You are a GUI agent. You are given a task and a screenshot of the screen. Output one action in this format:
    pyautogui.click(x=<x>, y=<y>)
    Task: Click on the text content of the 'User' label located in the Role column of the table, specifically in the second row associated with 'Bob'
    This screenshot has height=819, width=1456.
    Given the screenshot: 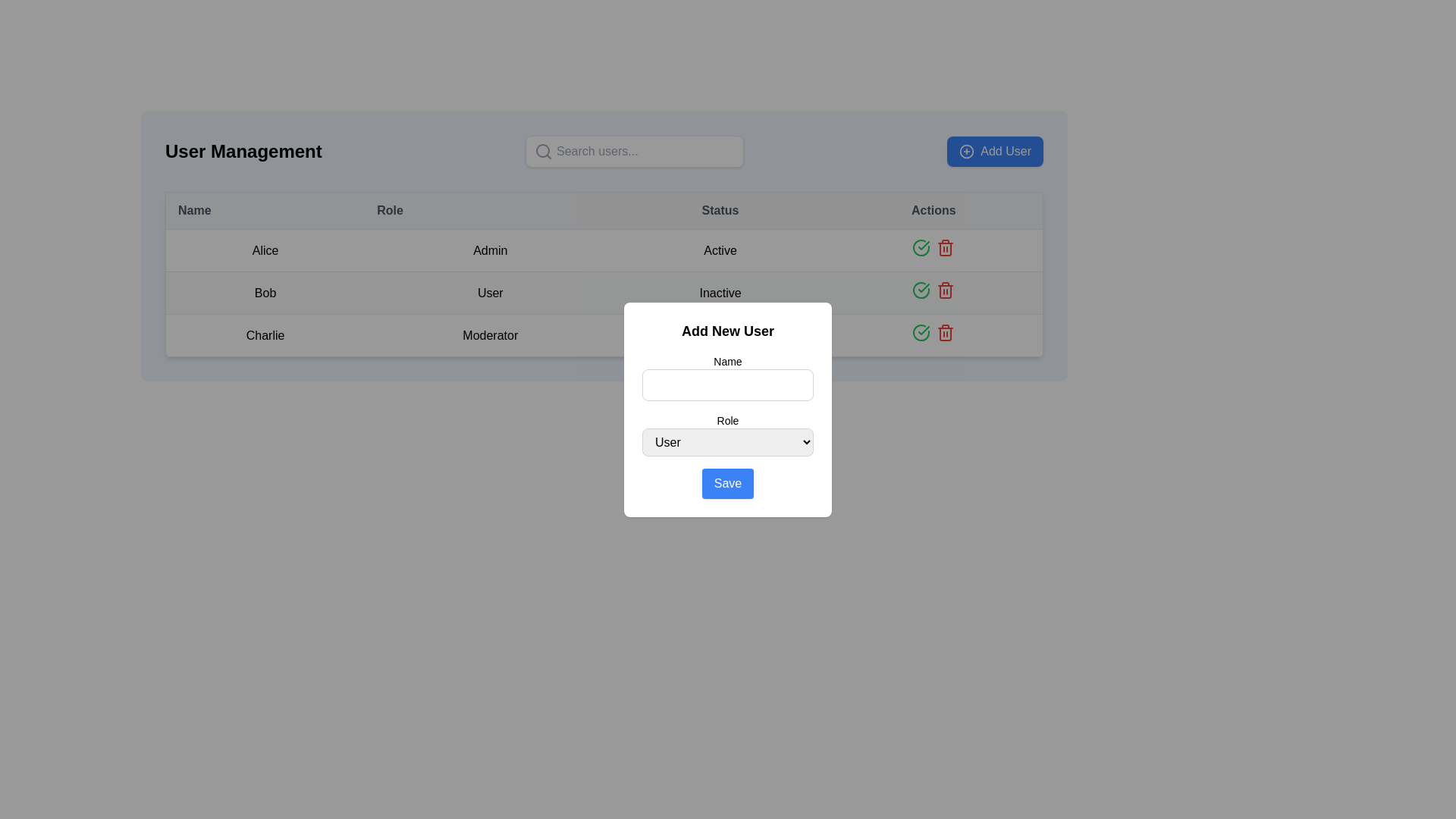 What is the action you would take?
    pyautogui.click(x=490, y=293)
    